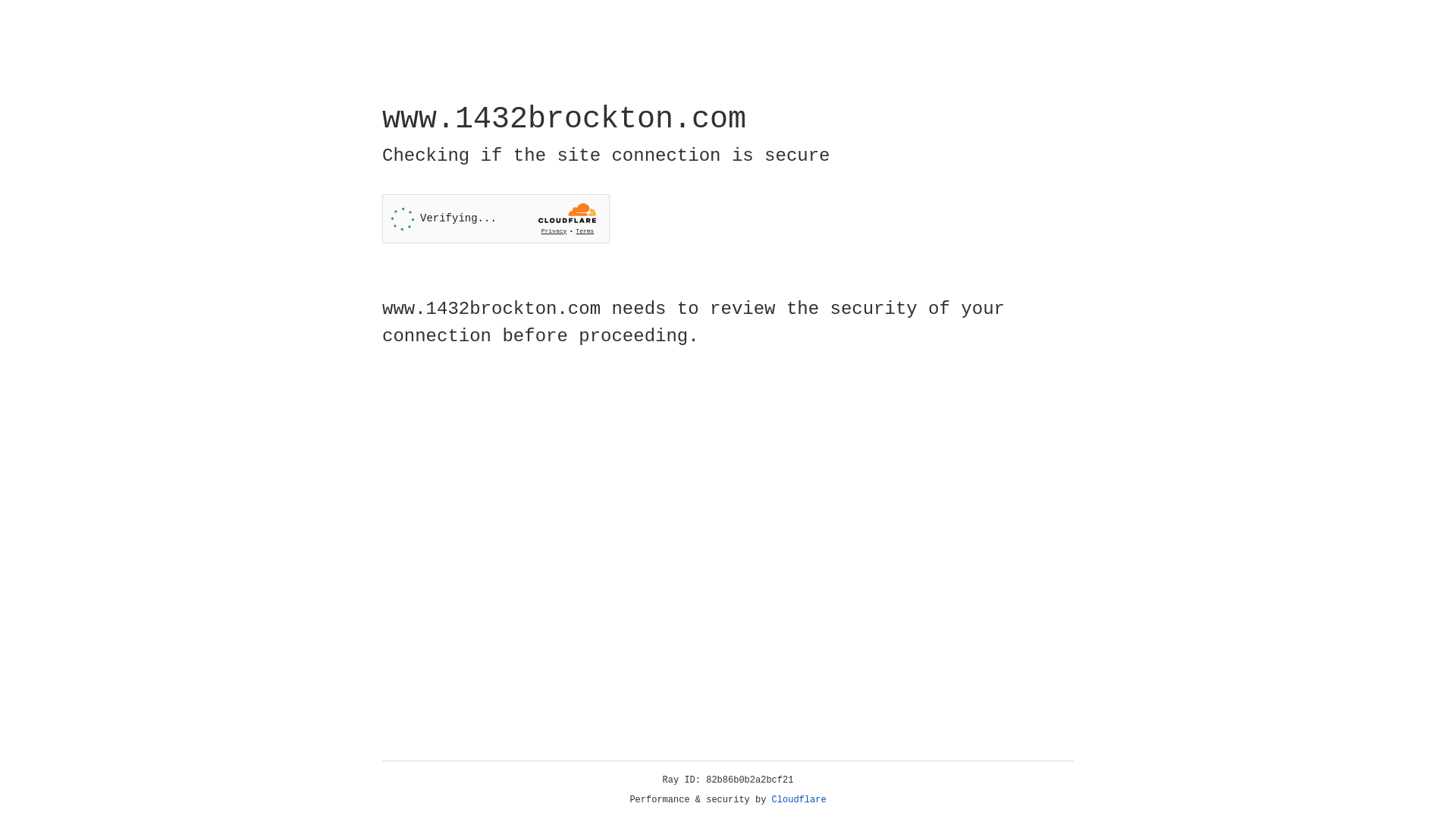 The image size is (1456, 819). What do you see at coordinates (495, 218) in the screenshot?
I see `'Widget containing a Cloudflare security challenge'` at bounding box center [495, 218].